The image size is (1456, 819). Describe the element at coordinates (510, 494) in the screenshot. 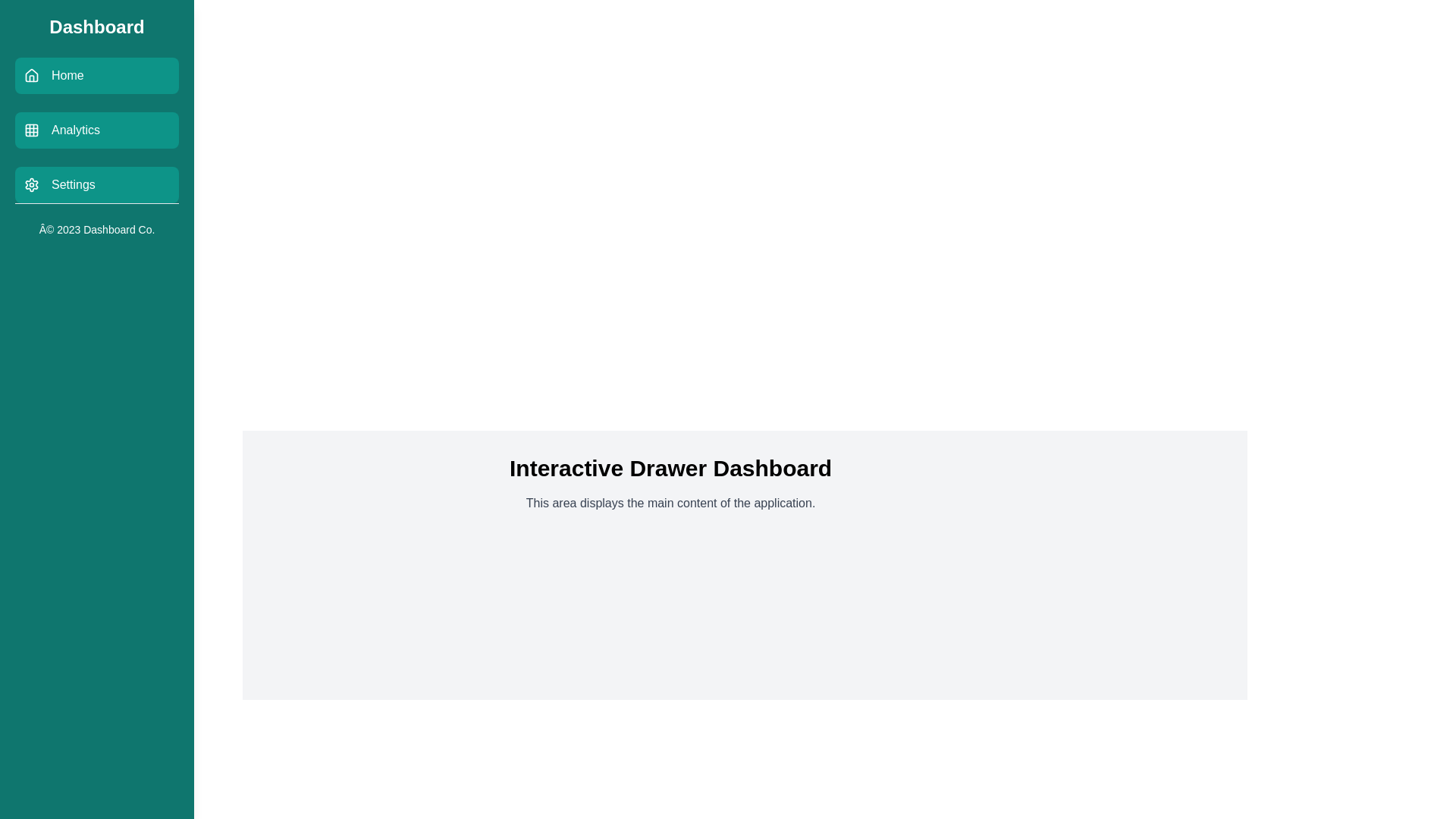

I see `the text in the main content area` at that location.